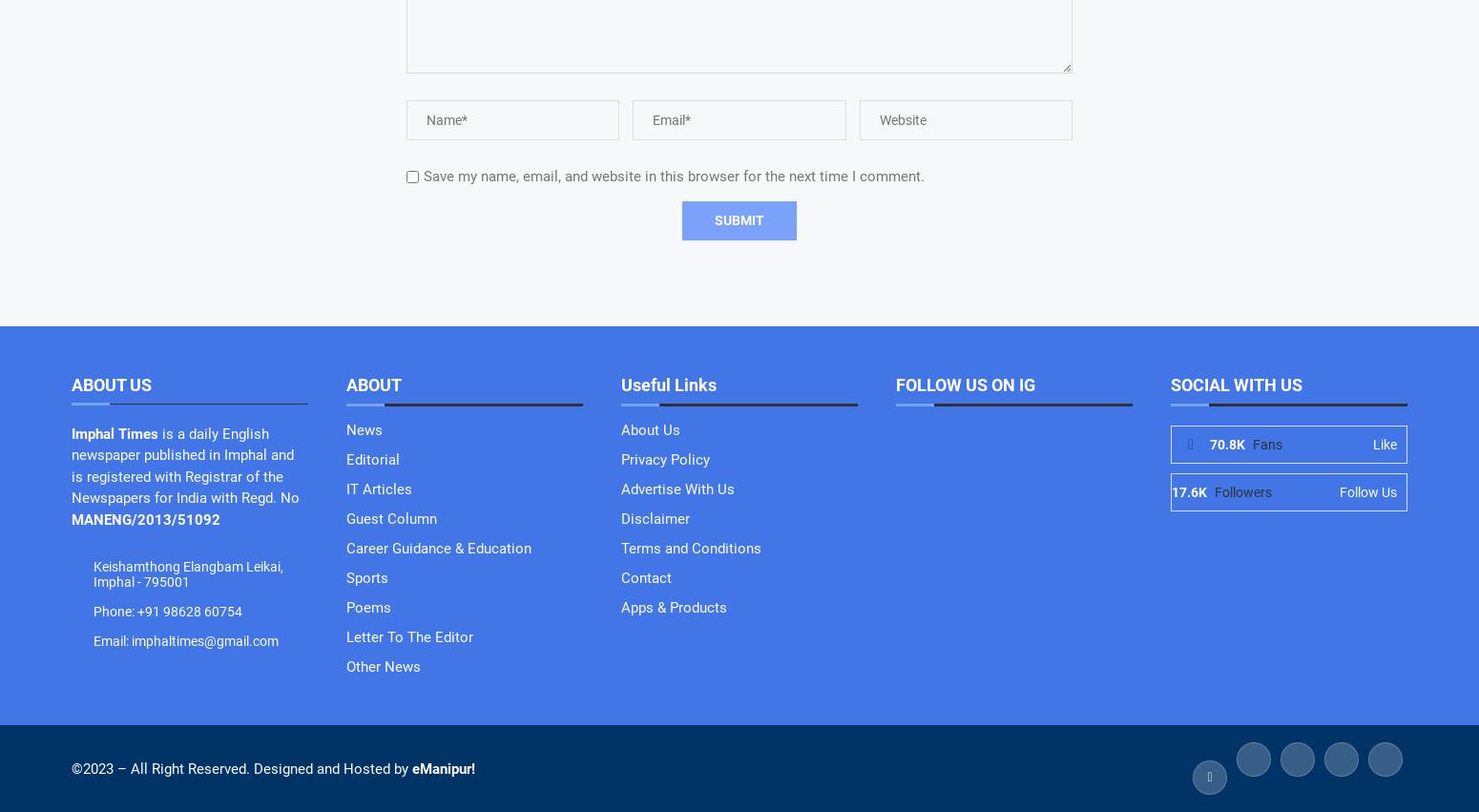 Image resolution: width=1479 pixels, height=812 pixels. I want to click on 'Other News', so click(384, 664).